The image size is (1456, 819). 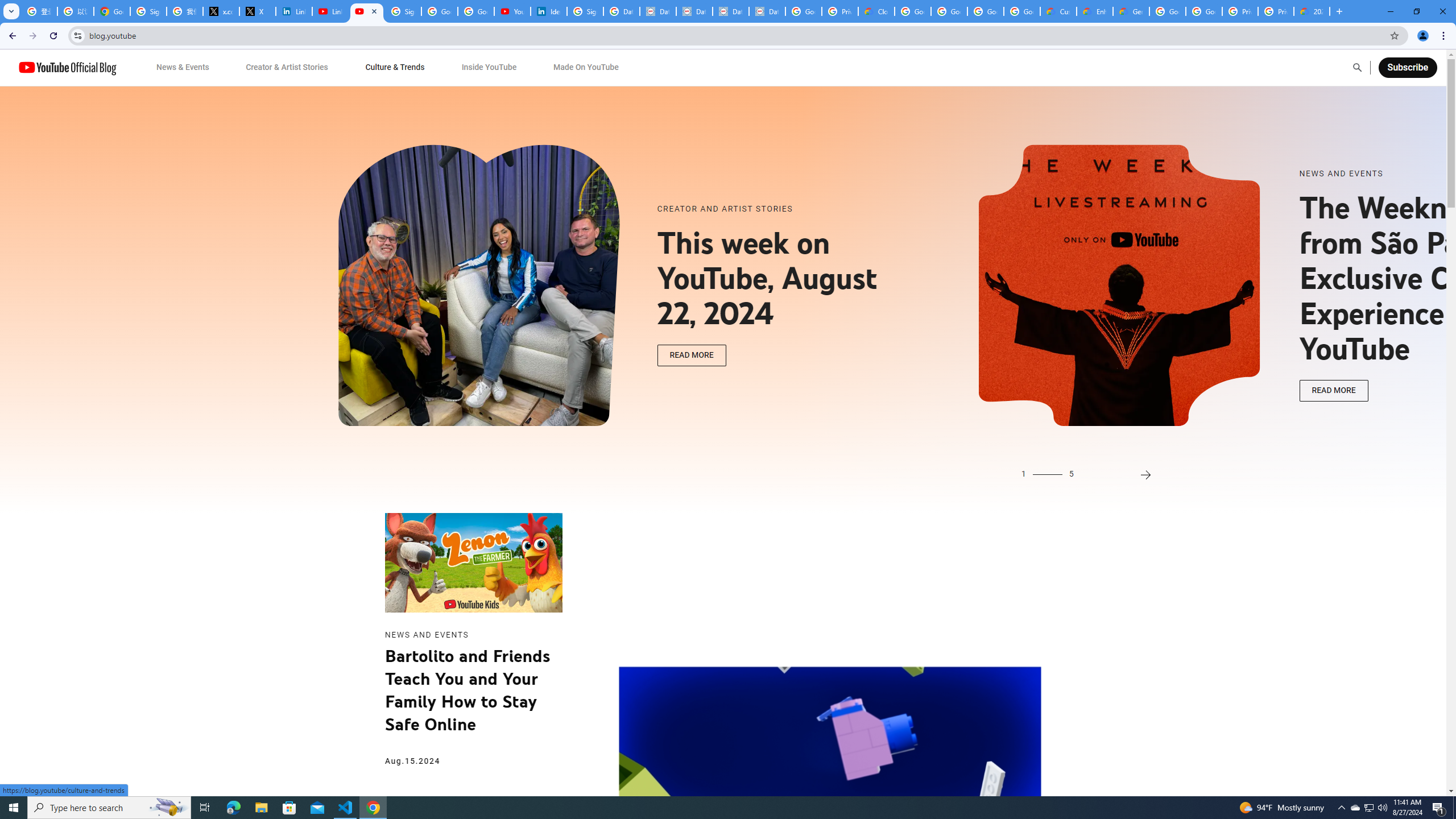 What do you see at coordinates (1131, 11) in the screenshot?
I see `'Gemini for Business and Developers | Google Cloud'` at bounding box center [1131, 11].